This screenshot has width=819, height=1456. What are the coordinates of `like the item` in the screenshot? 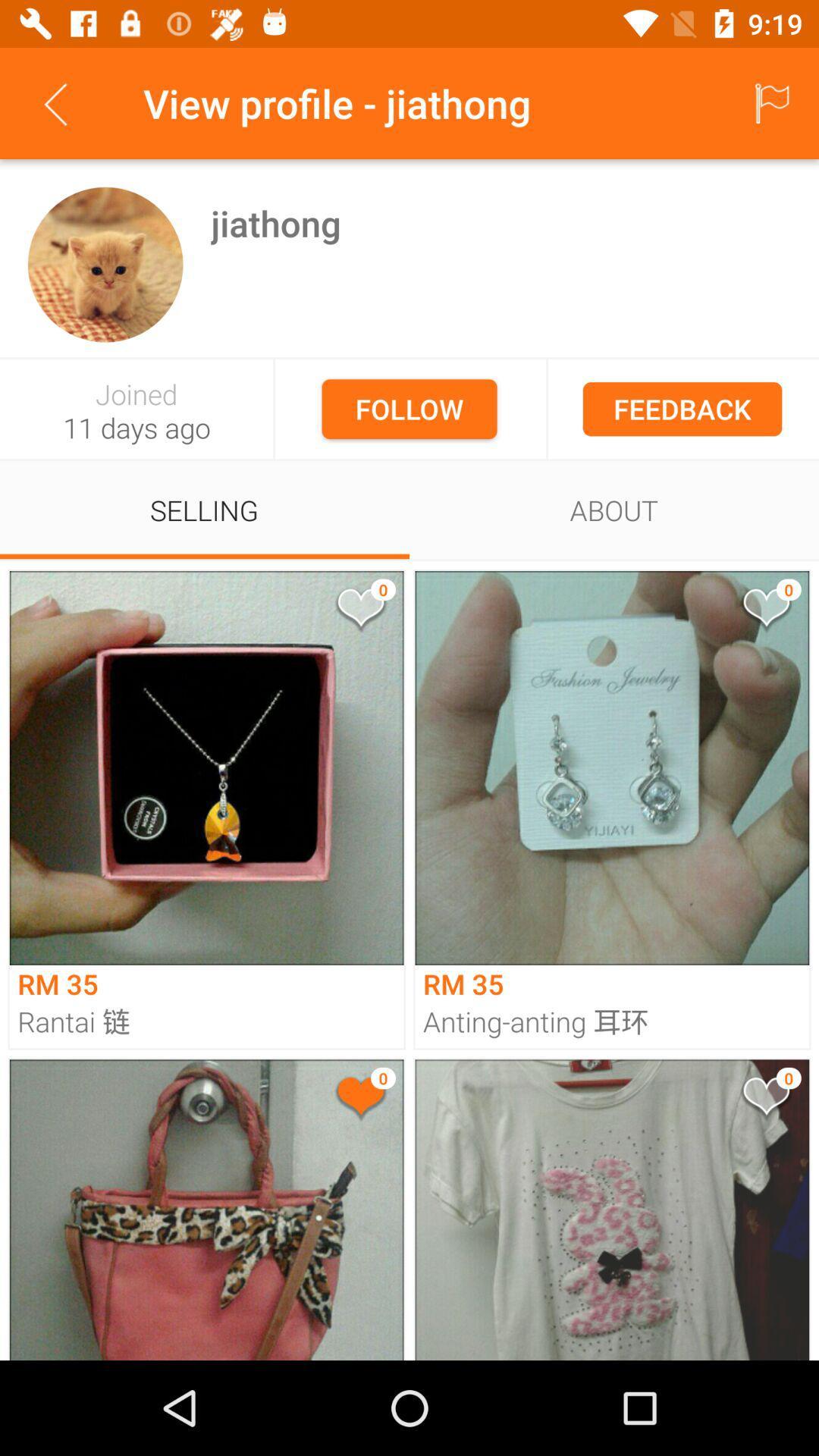 It's located at (359, 610).